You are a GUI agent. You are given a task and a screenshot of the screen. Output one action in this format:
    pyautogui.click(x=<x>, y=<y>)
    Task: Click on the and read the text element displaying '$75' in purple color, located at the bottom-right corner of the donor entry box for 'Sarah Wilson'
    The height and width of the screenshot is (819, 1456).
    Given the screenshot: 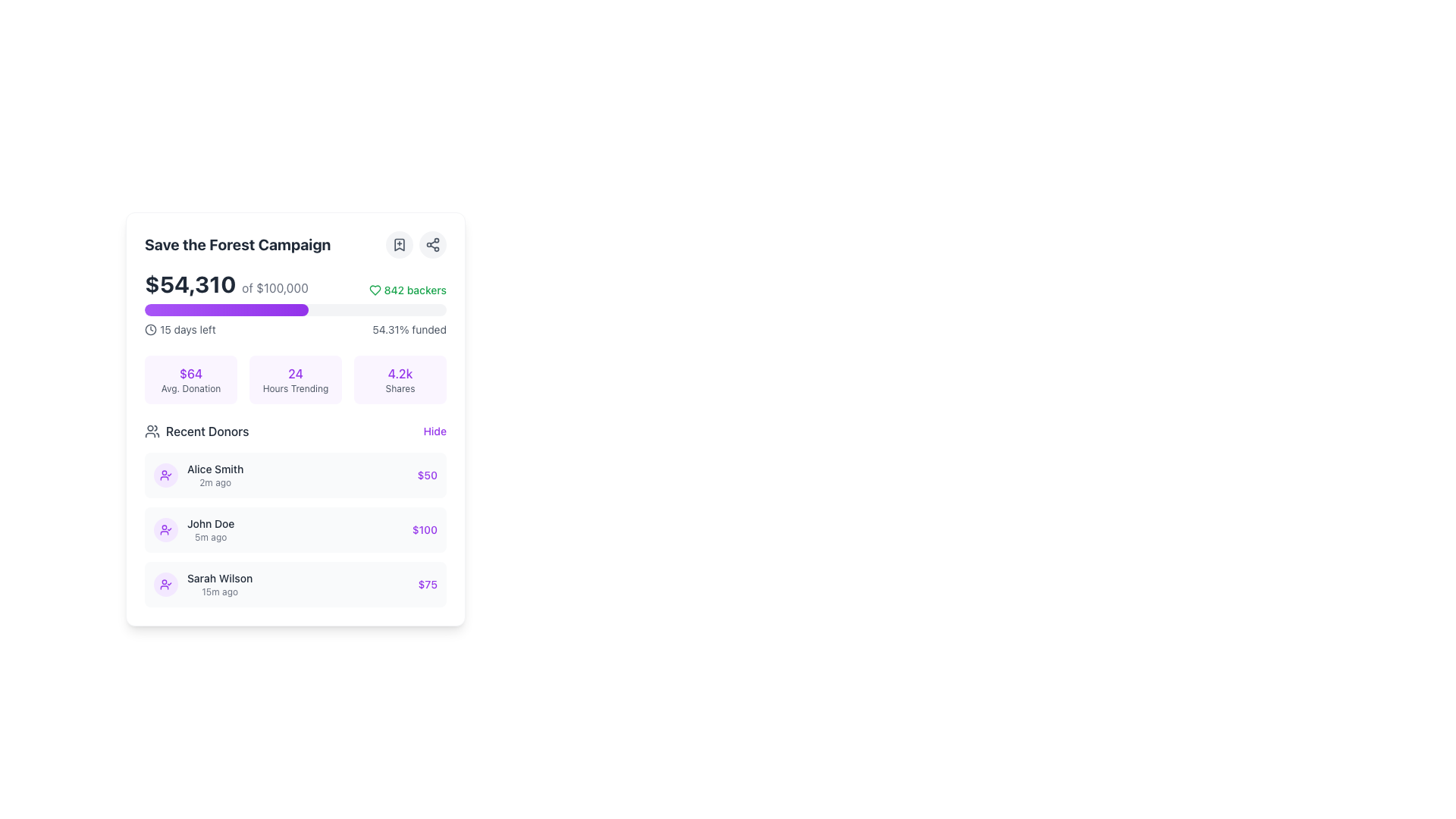 What is the action you would take?
    pyautogui.click(x=427, y=584)
    